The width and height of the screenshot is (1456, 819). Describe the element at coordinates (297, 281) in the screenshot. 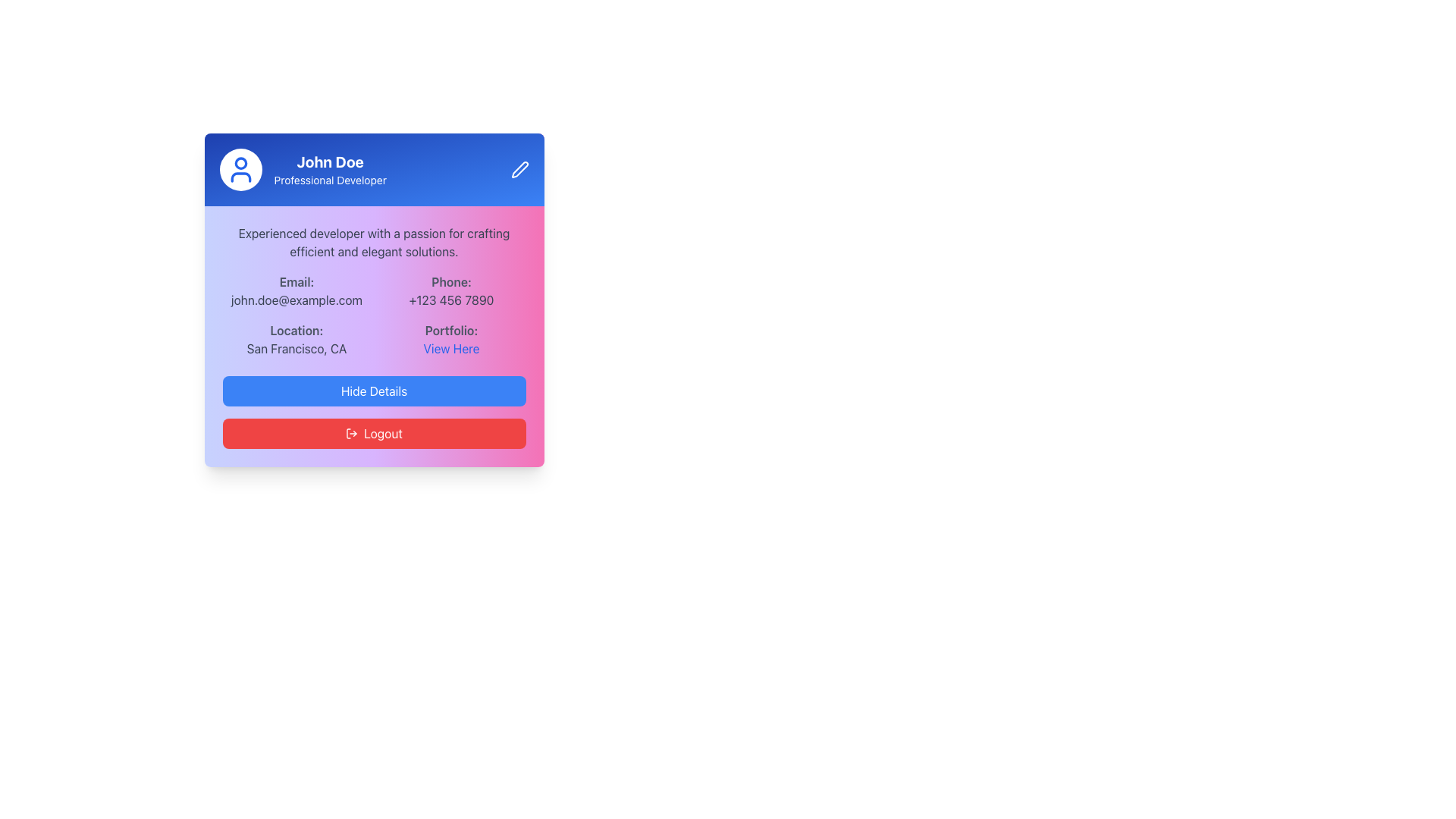

I see `the 'Email:' text label located in the card section above the email address 'john.doe@example.com' associated with 'John Doe'` at that location.